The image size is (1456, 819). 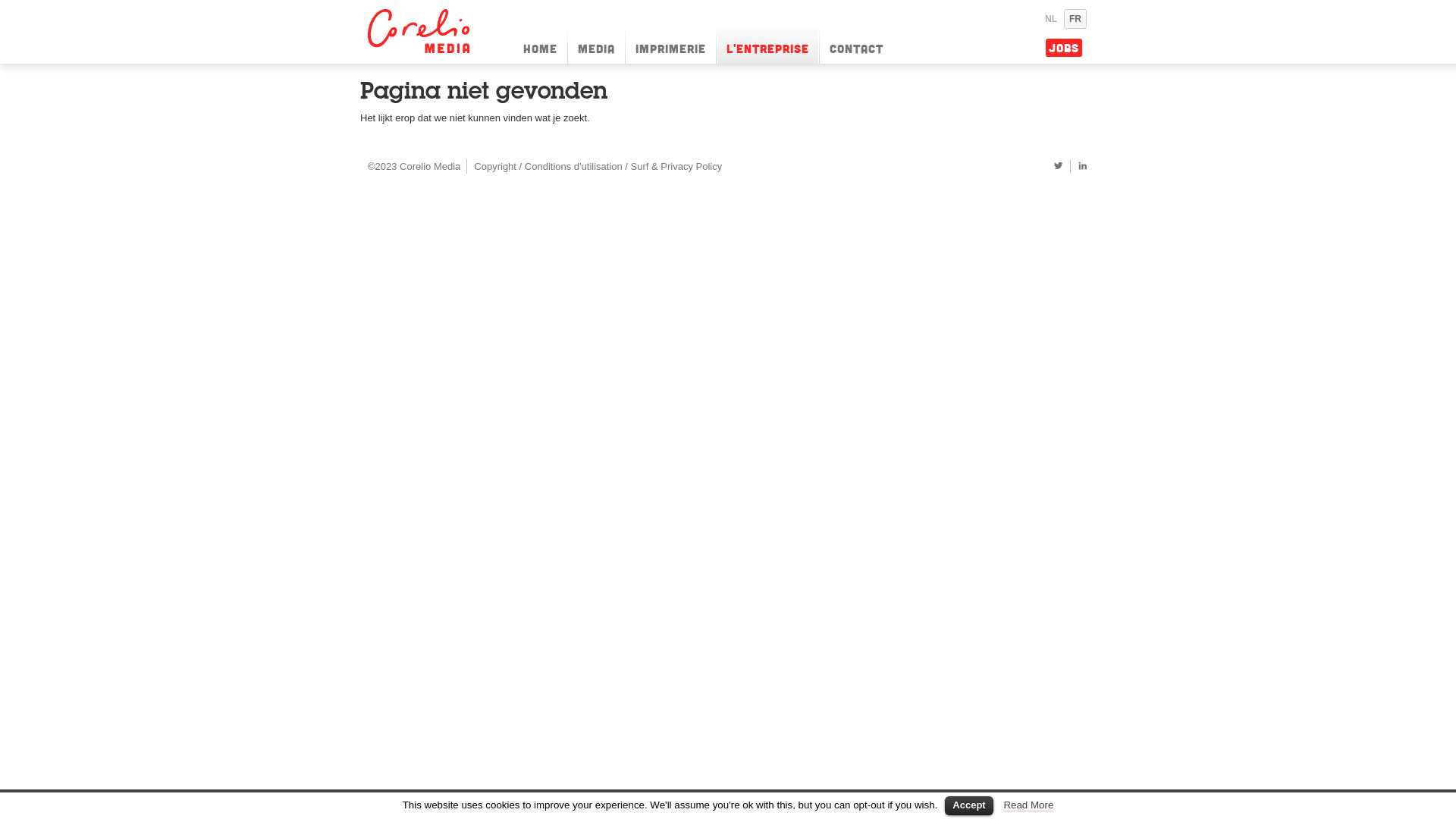 I want to click on 'CONTACT', so click(x=856, y=43).